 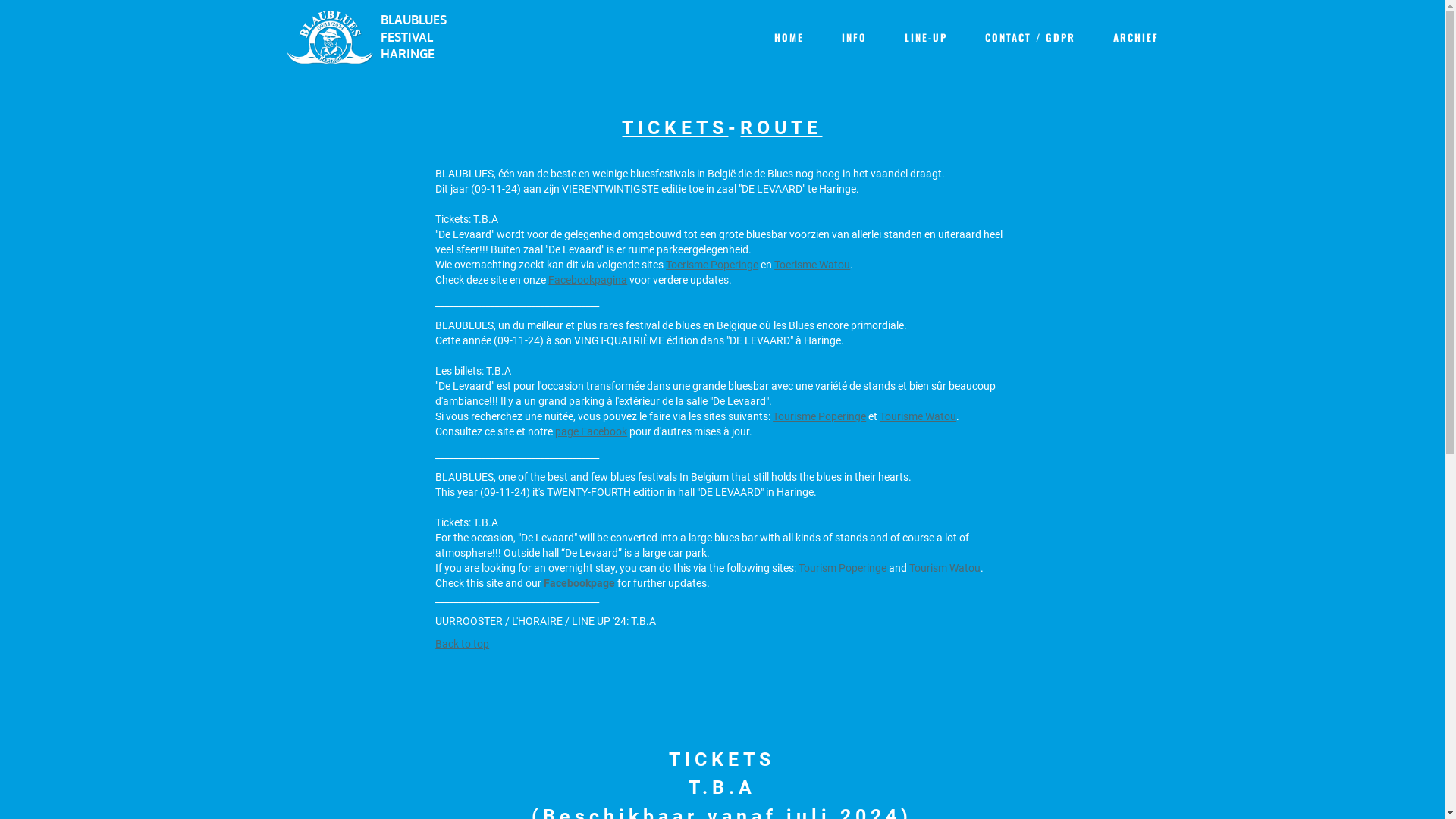 I want to click on 'Tourism Poperinge', so click(x=841, y=567).